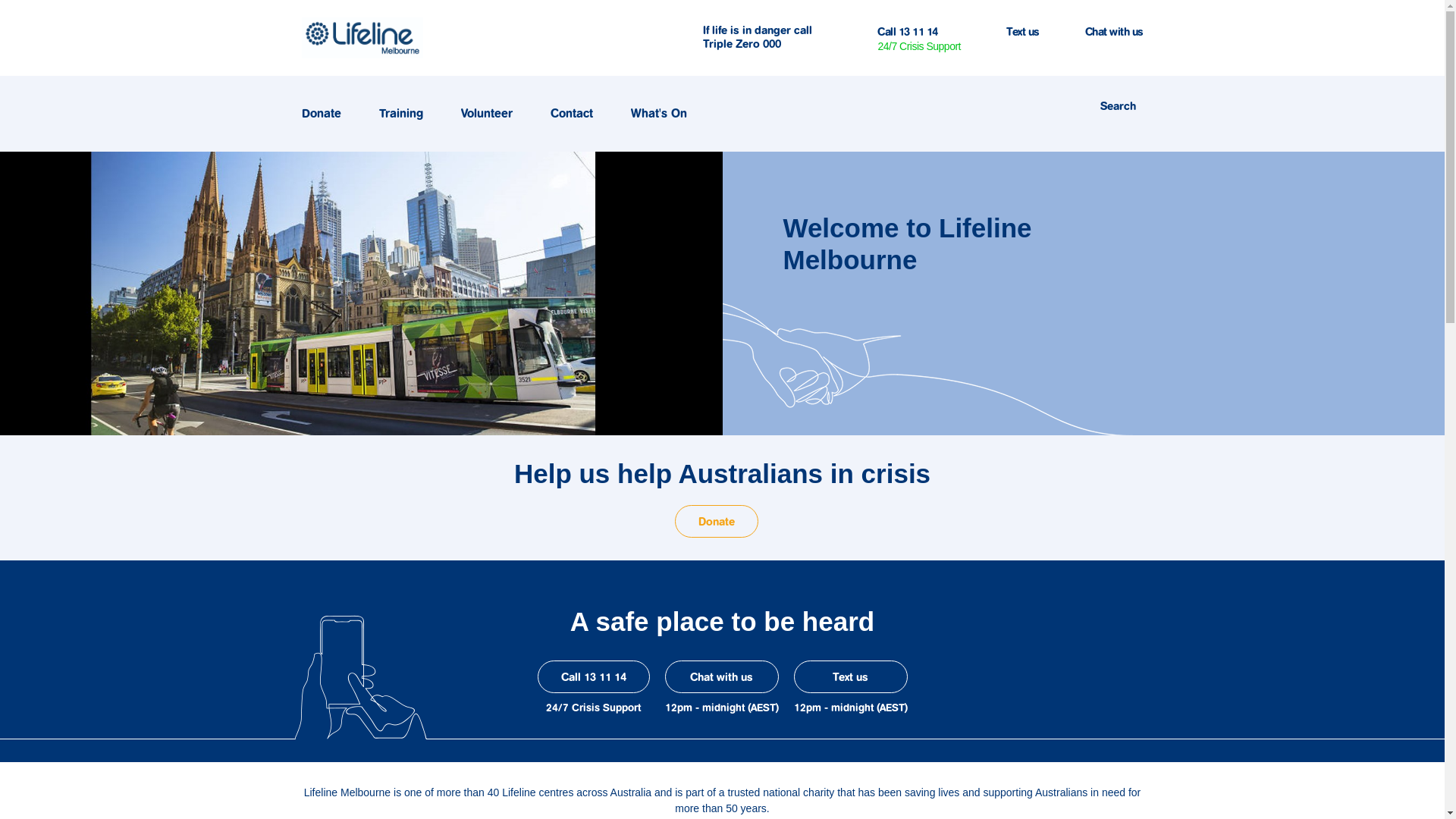  Describe the element at coordinates (407, 113) in the screenshot. I see `'Training'` at that location.